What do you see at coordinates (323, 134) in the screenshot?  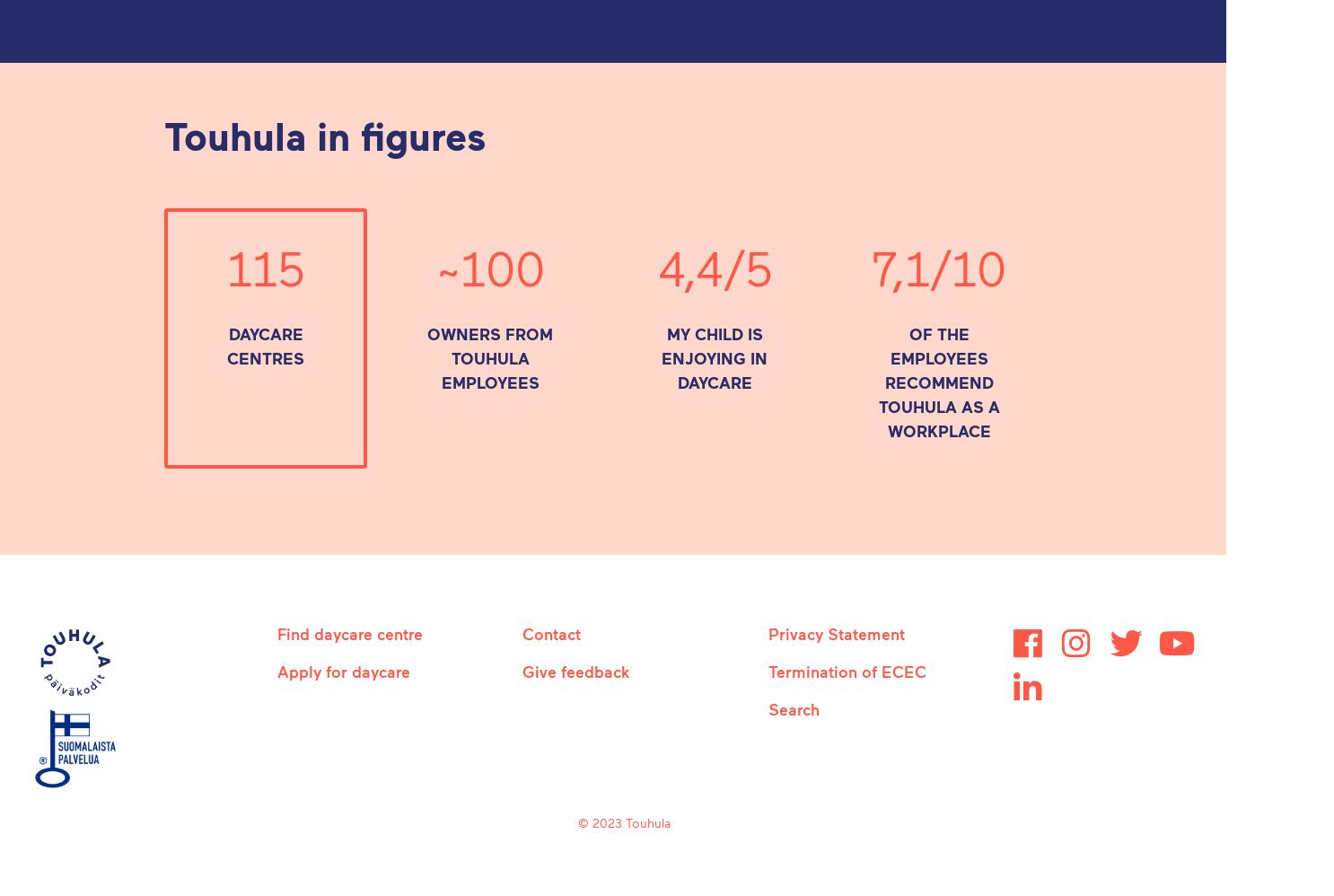 I see `'Touhula in figures'` at bounding box center [323, 134].